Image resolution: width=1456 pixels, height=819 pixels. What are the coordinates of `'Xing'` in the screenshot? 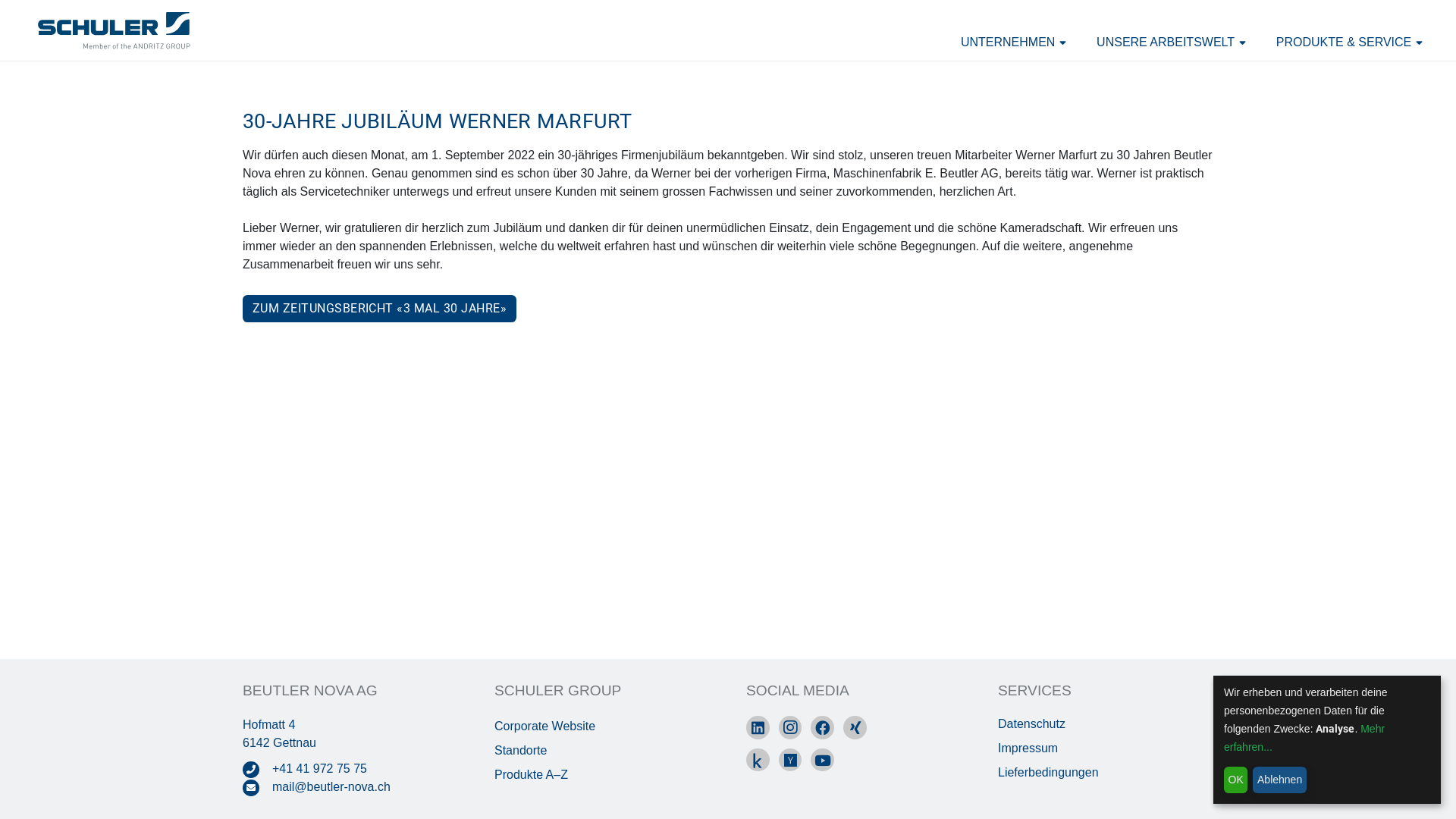 It's located at (843, 726).